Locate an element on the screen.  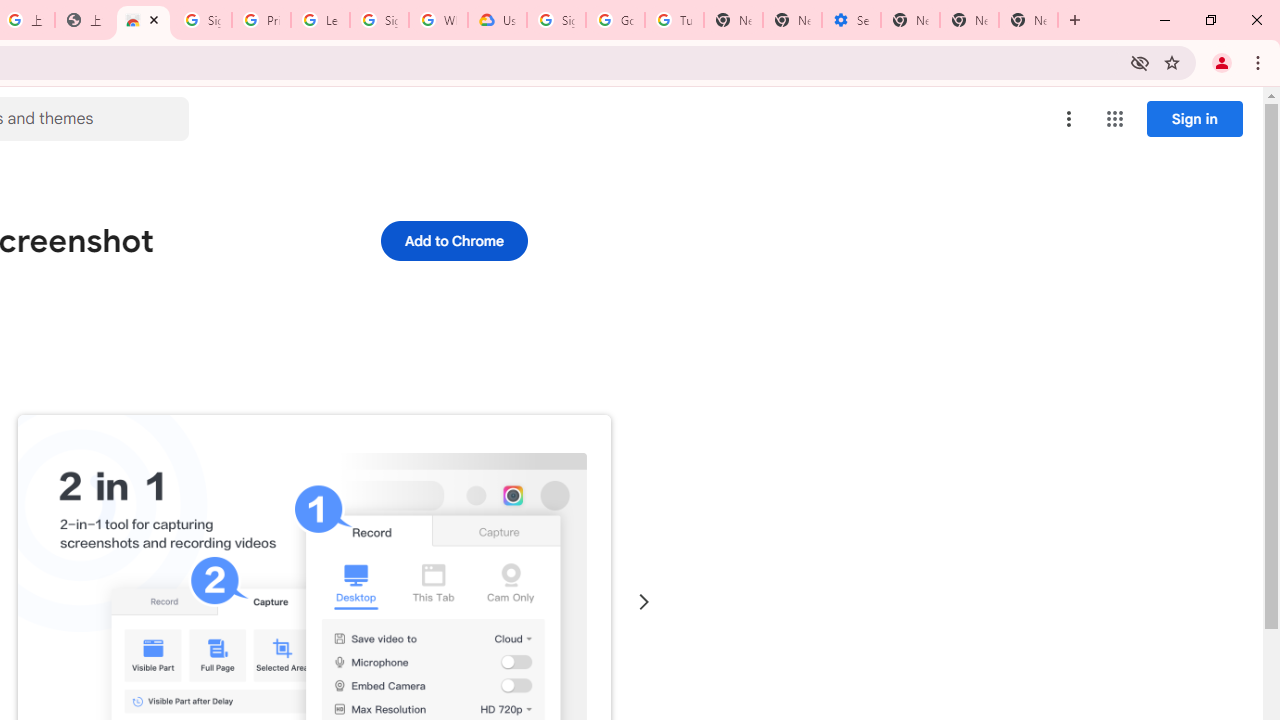
'Awesome Screen Recorder & Screenshot - Chrome Web Store' is located at coordinates (142, 20).